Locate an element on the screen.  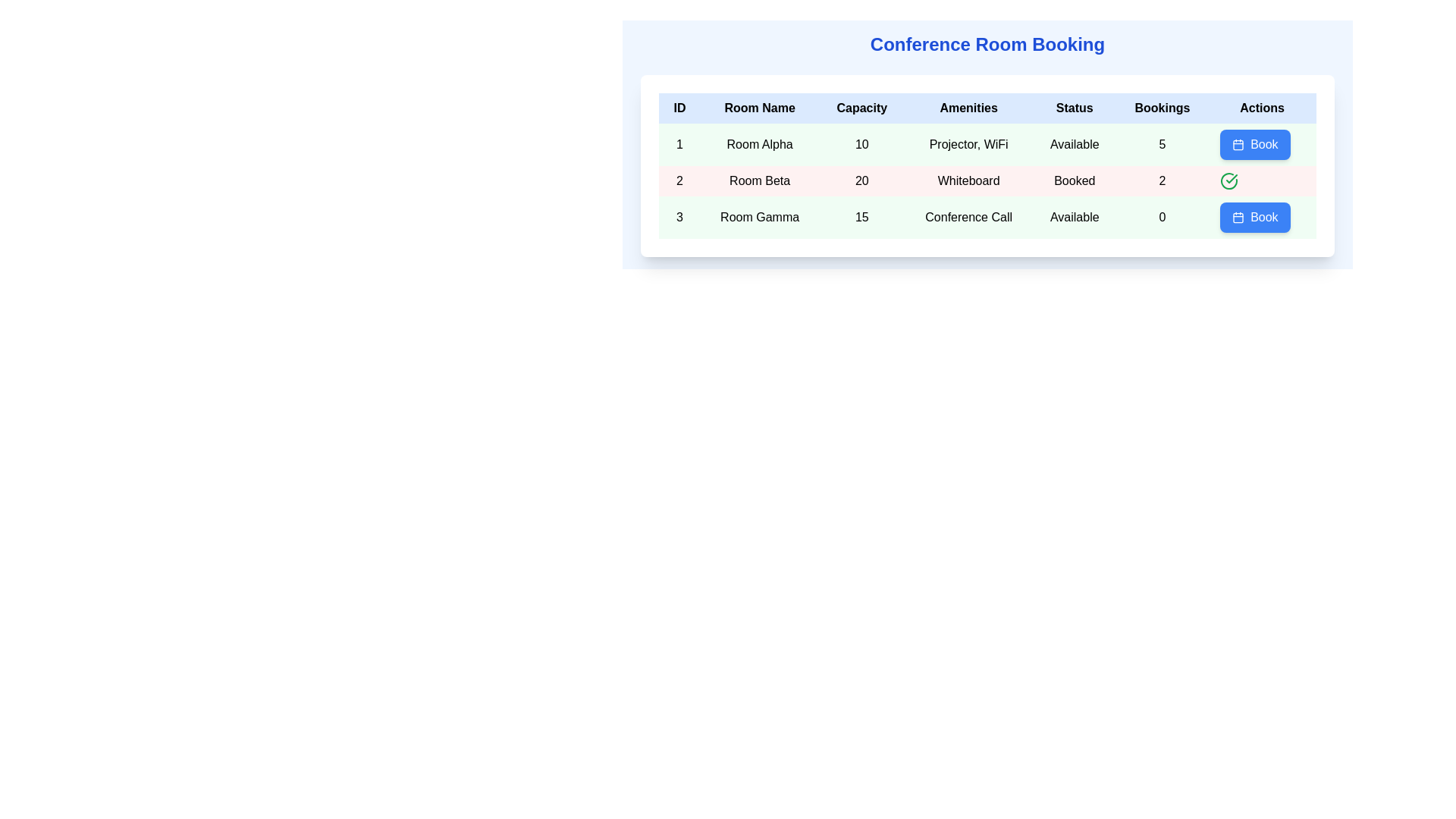
the calendar icon embedded in the 'Book' button for 'Room Gamma', which is styled with a blue background and white text is located at coordinates (1238, 145).